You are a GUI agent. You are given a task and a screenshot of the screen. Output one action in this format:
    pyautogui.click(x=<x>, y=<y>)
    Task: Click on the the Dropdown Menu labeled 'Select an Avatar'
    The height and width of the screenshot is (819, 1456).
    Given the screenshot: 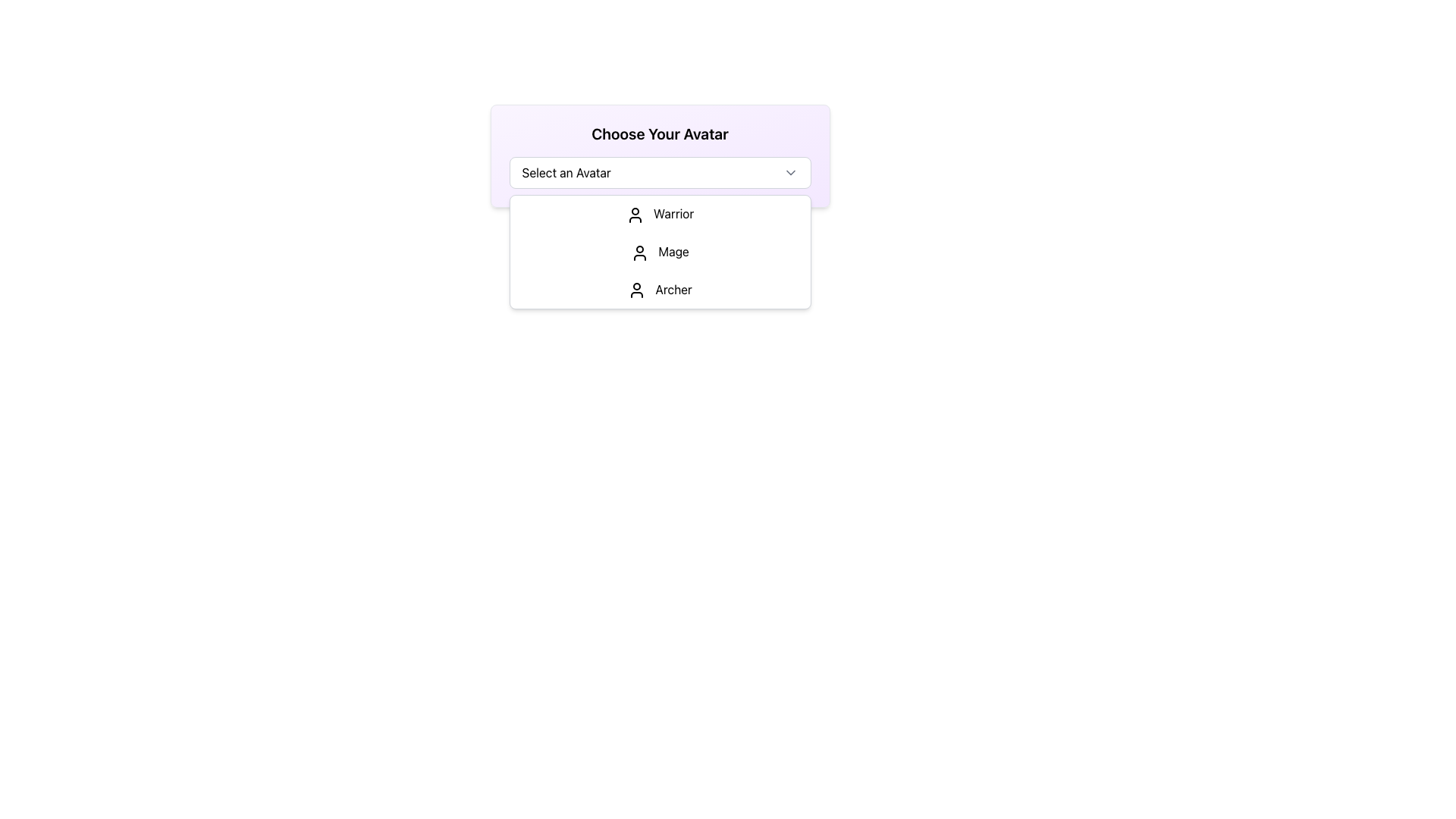 What is the action you would take?
    pyautogui.click(x=660, y=155)
    